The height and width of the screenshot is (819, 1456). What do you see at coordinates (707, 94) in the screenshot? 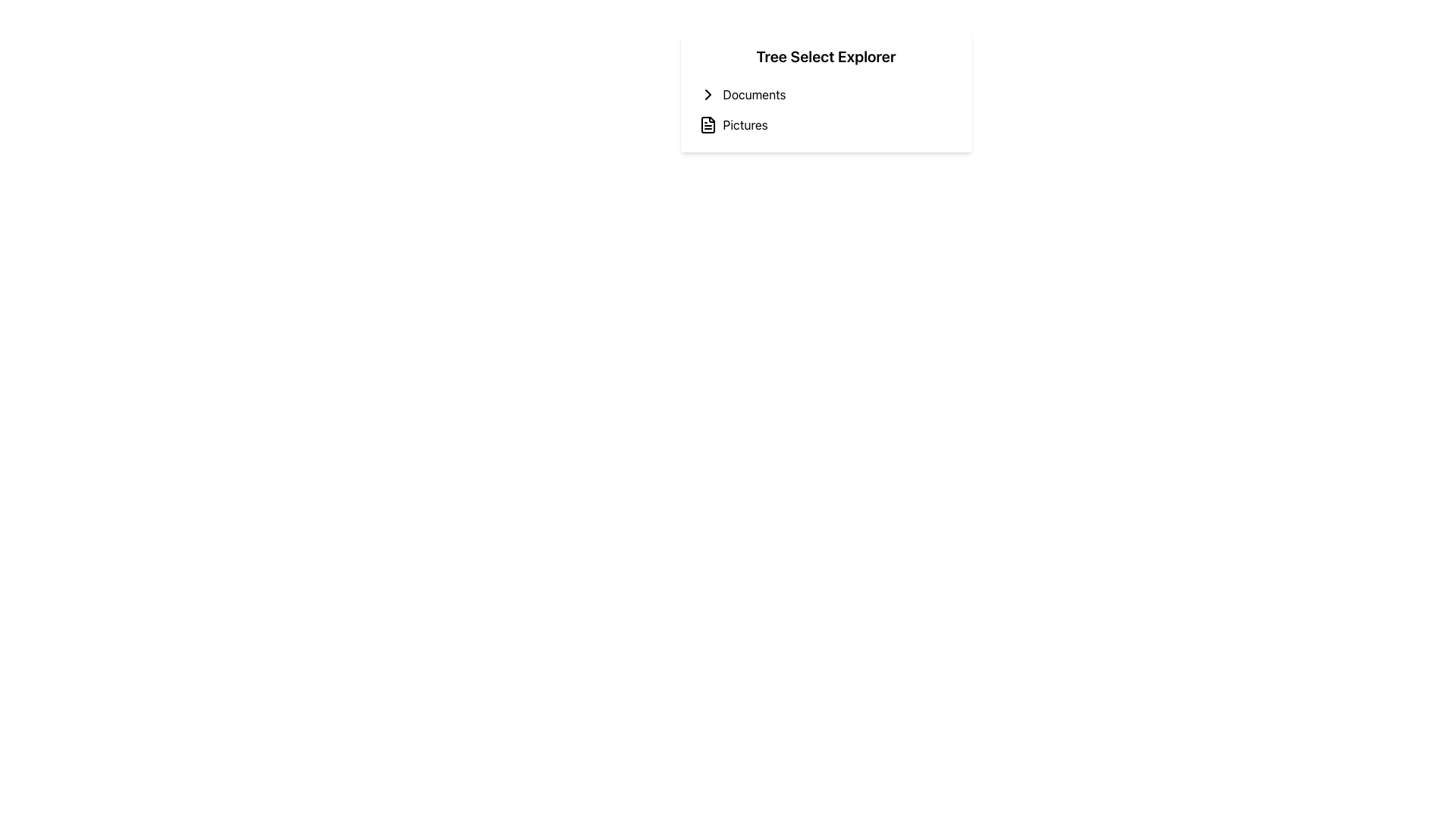
I see `the right-pointing chevron-style arrow icon` at bounding box center [707, 94].